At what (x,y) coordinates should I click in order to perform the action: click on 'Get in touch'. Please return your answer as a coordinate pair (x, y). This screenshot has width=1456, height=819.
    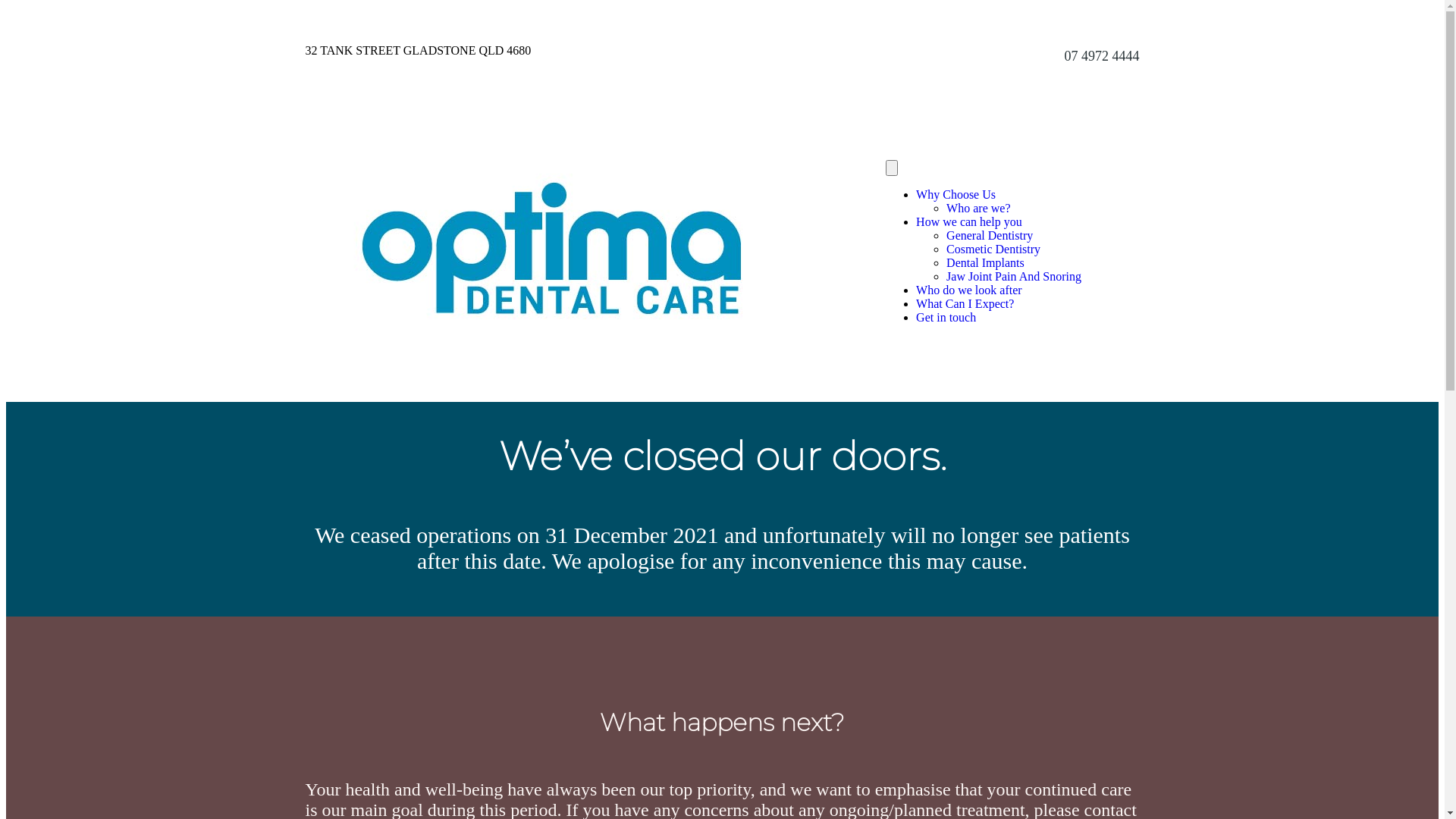
    Looking at the image, I should click on (945, 316).